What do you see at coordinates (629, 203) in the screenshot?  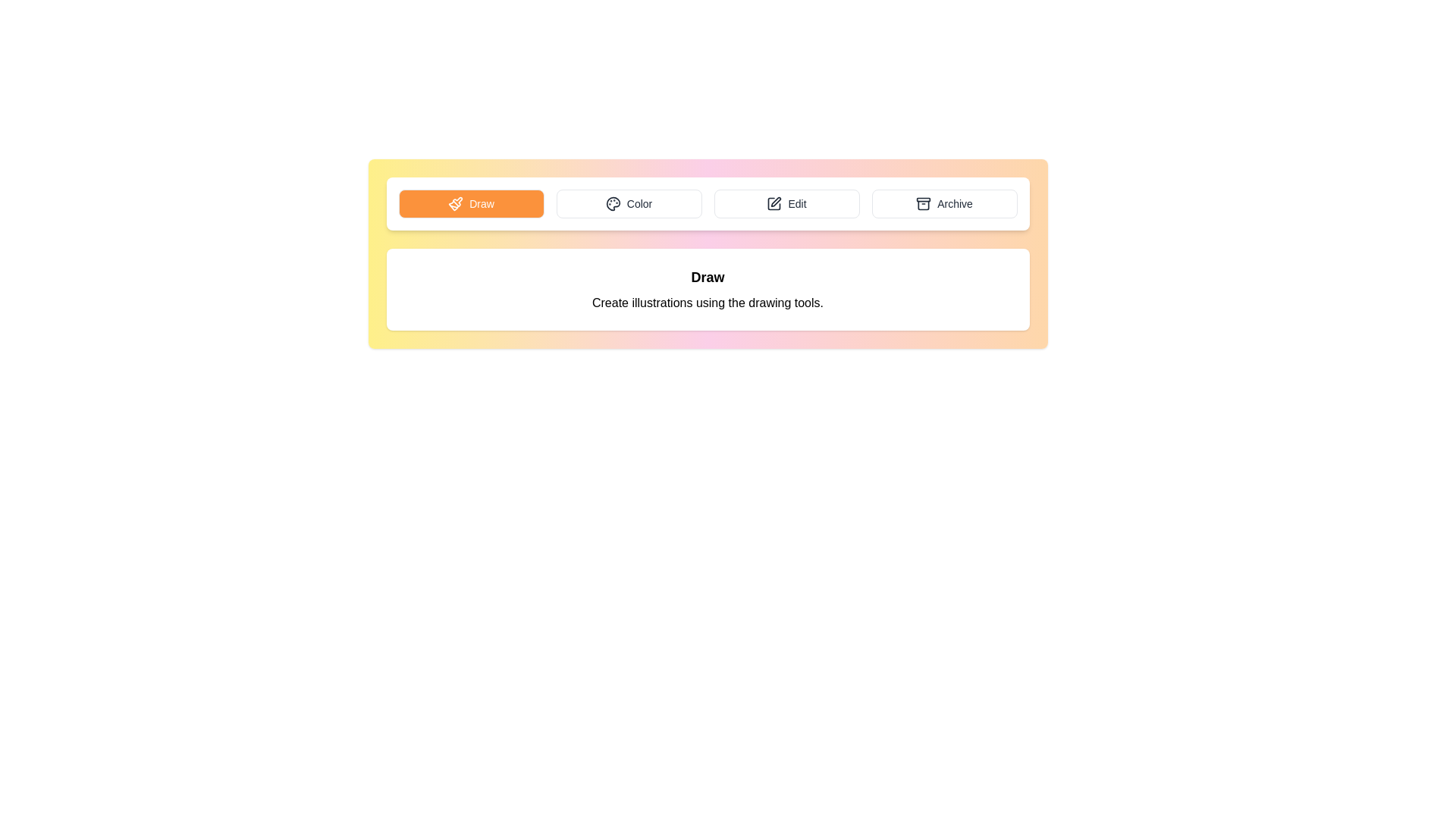 I see `the Color tab by clicking on its button` at bounding box center [629, 203].